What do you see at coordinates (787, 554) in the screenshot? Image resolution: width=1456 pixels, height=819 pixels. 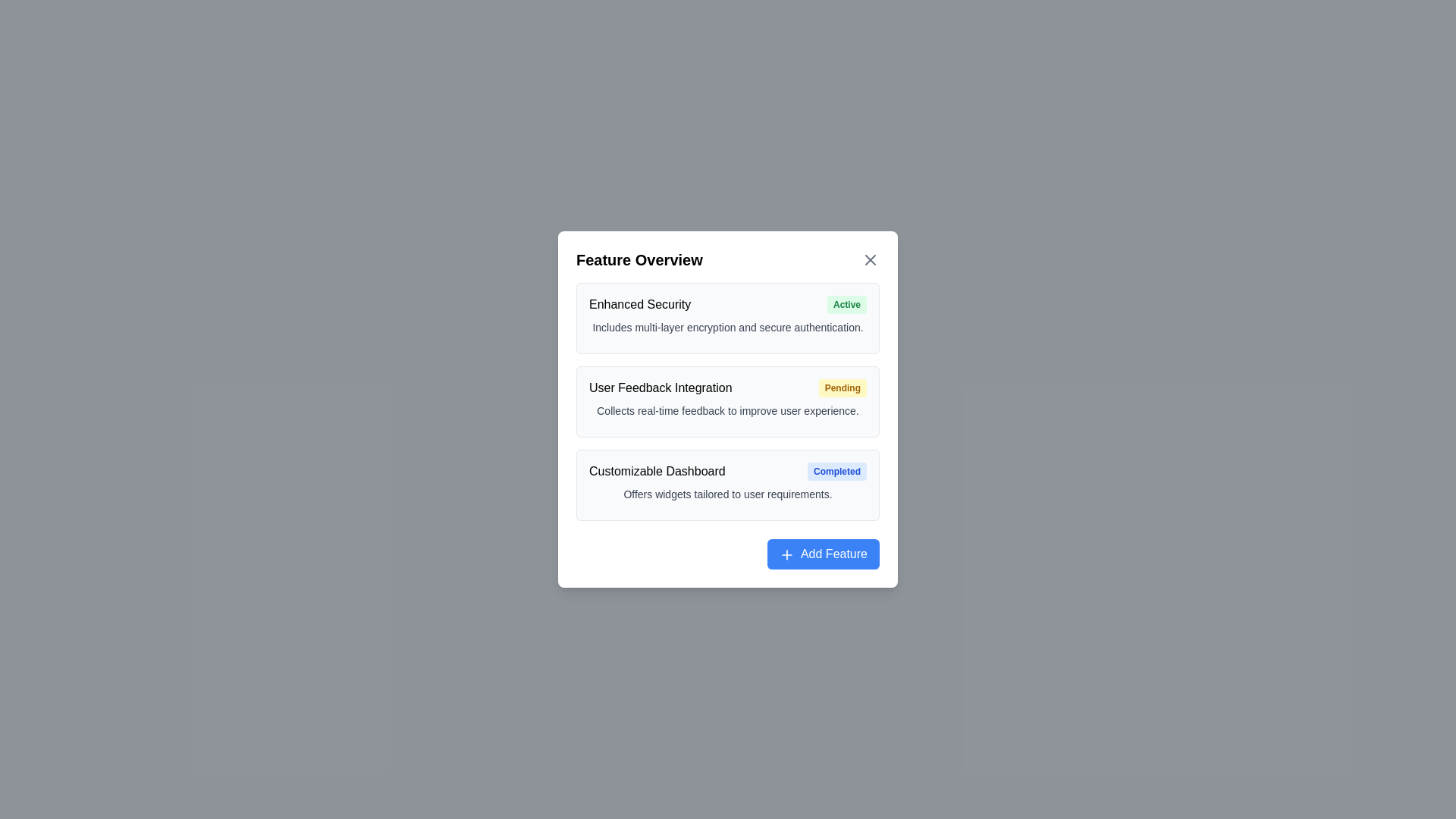 I see `the blue 'Add Feature' button with a white plus icon` at bounding box center [787, 554].